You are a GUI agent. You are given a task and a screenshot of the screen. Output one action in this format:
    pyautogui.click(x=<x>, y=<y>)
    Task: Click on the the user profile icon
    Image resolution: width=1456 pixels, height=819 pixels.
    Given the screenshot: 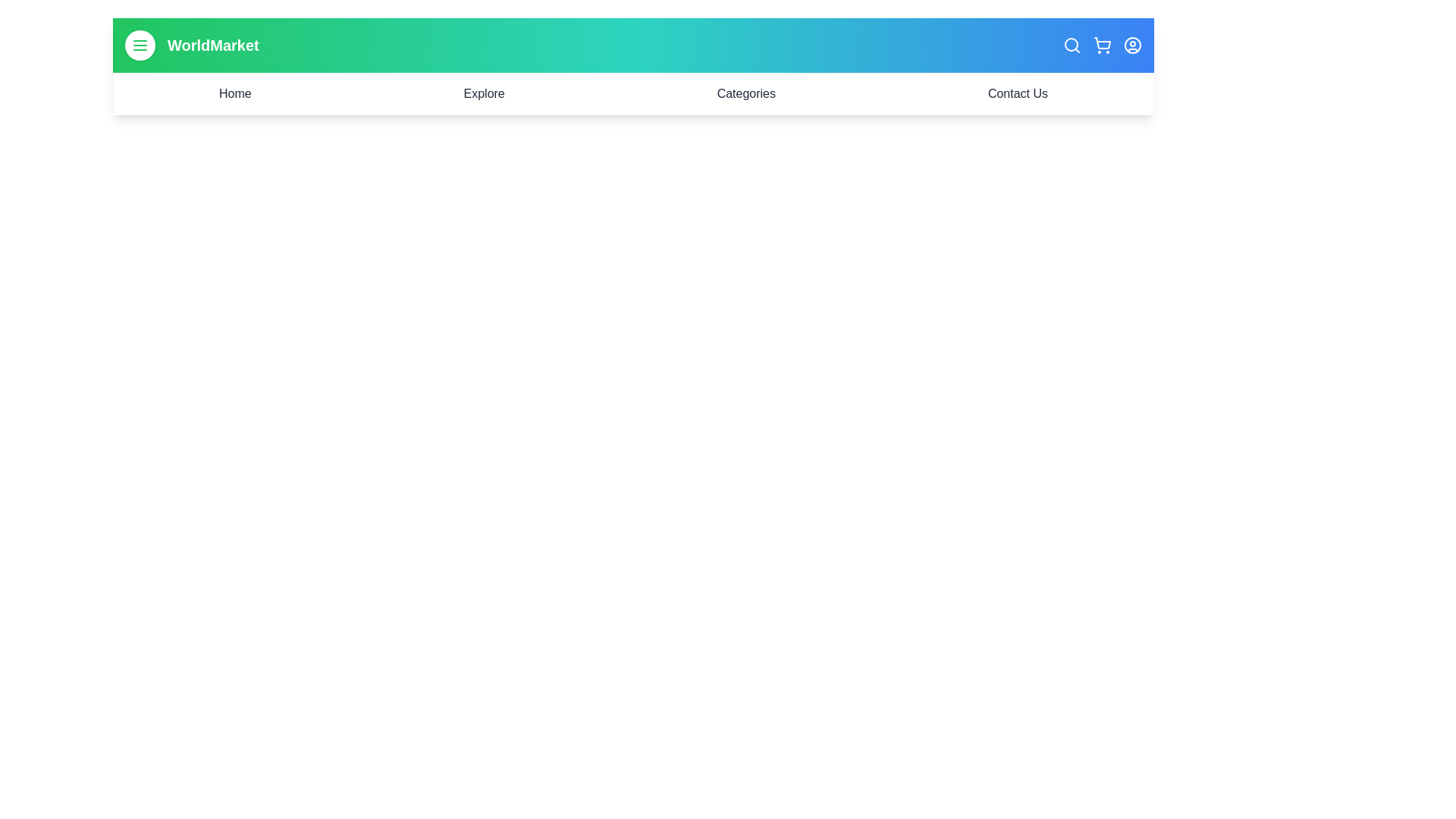 What is the action you would take?
    pyautogui.click(x=1132, y=45)
    